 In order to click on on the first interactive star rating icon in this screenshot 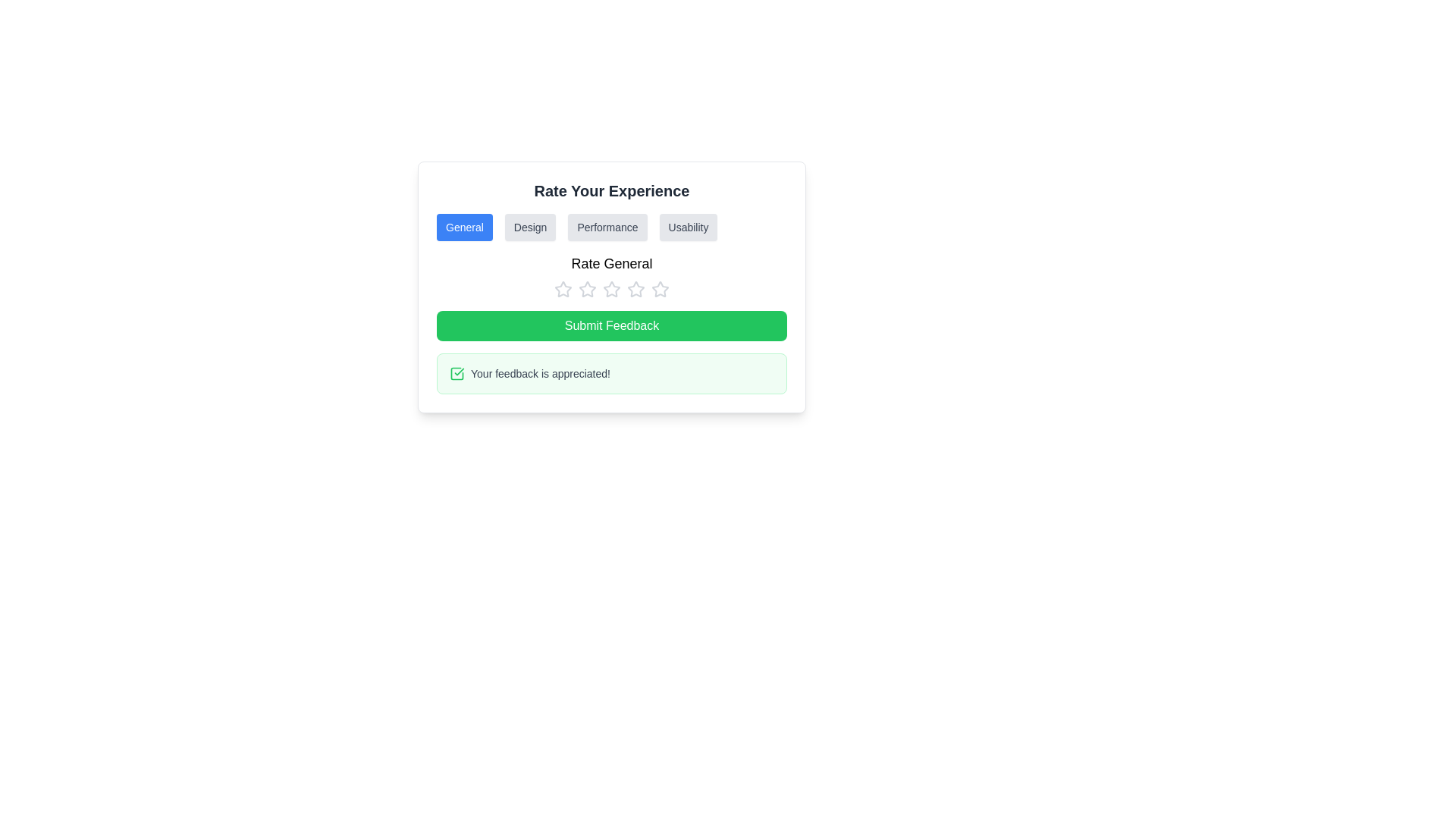, I will do `click(563, 289)`.